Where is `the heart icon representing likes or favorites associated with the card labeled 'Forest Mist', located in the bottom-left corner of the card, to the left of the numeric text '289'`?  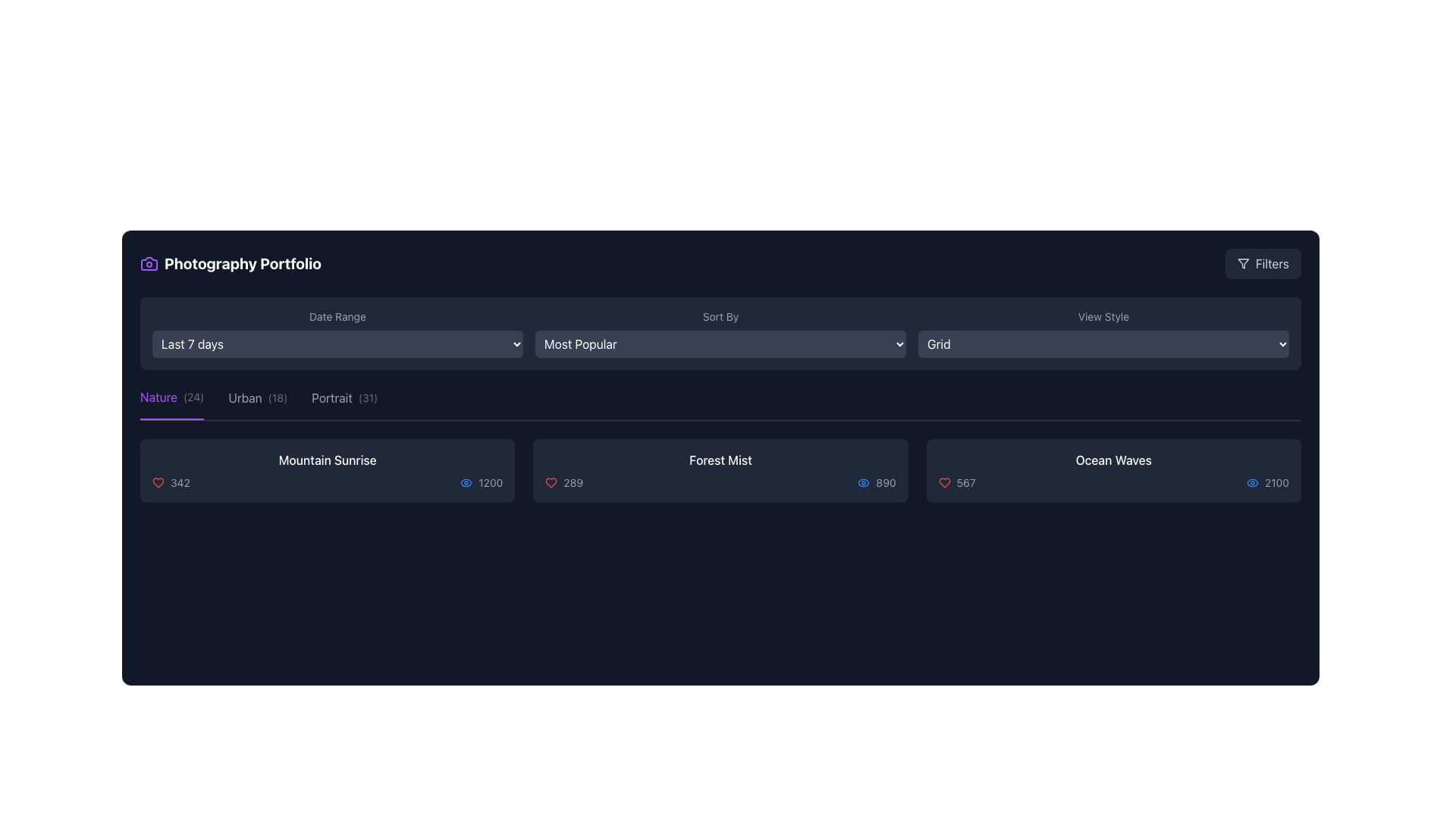
the heart icon representing likes or favorites associated with the card labeled 'Forest Mist', located in the bottom-left corner of the card, to the left of the numeric text '289' is located at coordinates (551, 482).